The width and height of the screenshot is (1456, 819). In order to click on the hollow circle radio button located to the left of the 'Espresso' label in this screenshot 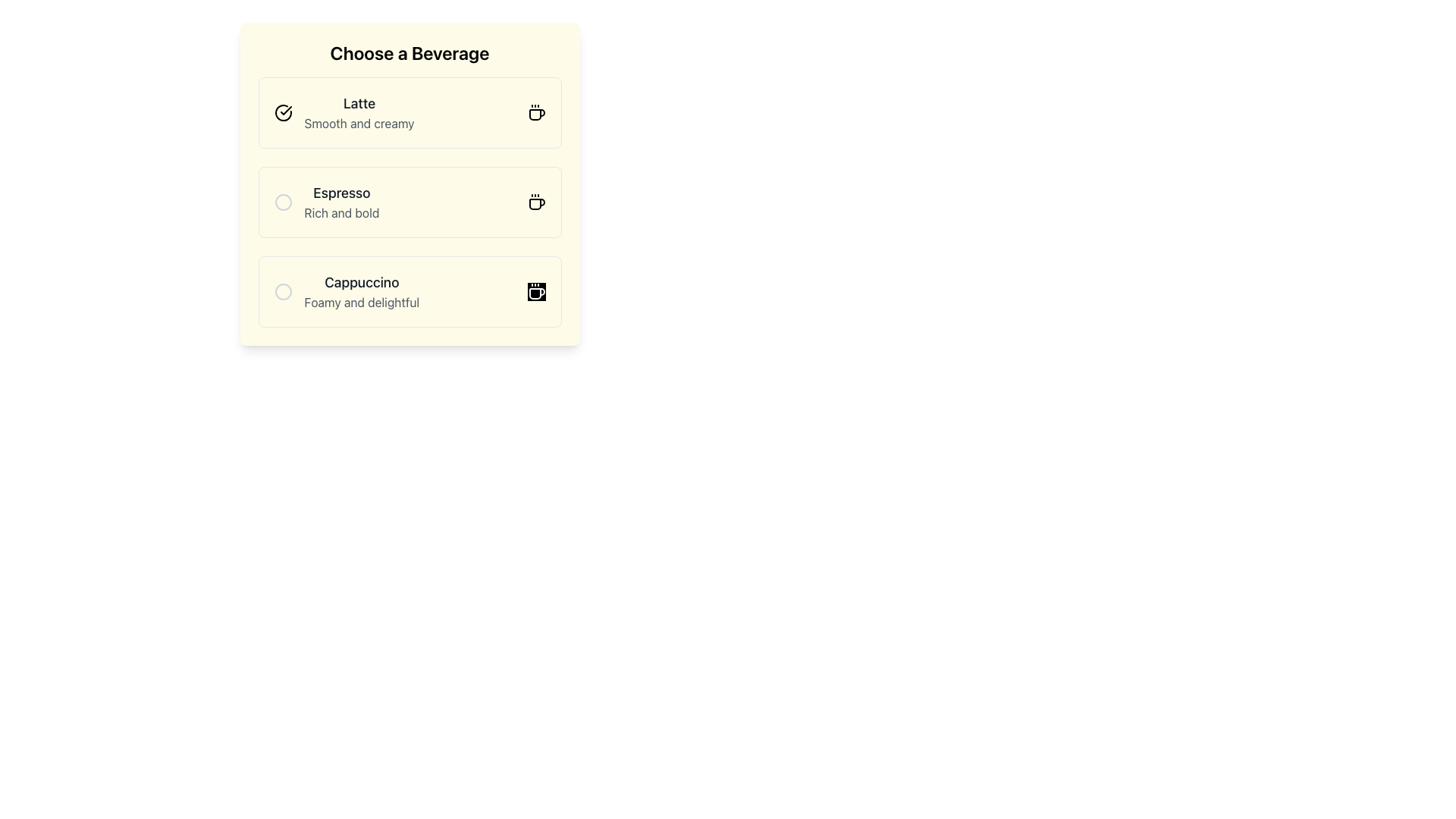, I will do `click(283, 201)`.